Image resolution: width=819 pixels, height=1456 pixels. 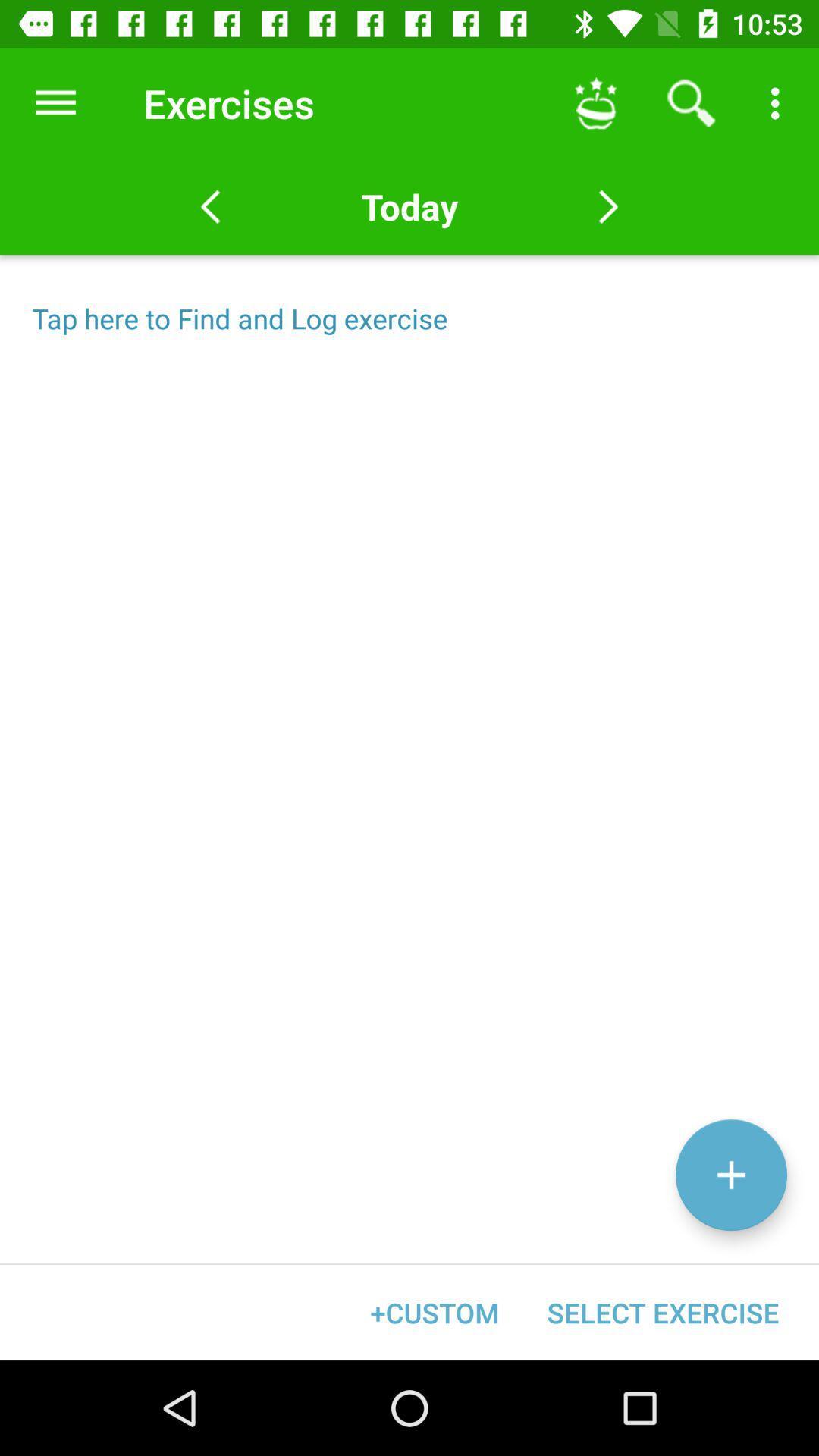 What do you see at coordinates (607, 206) in the screenshot?
I see `tomorrow 's exercises` at bounding box center [607, 206].